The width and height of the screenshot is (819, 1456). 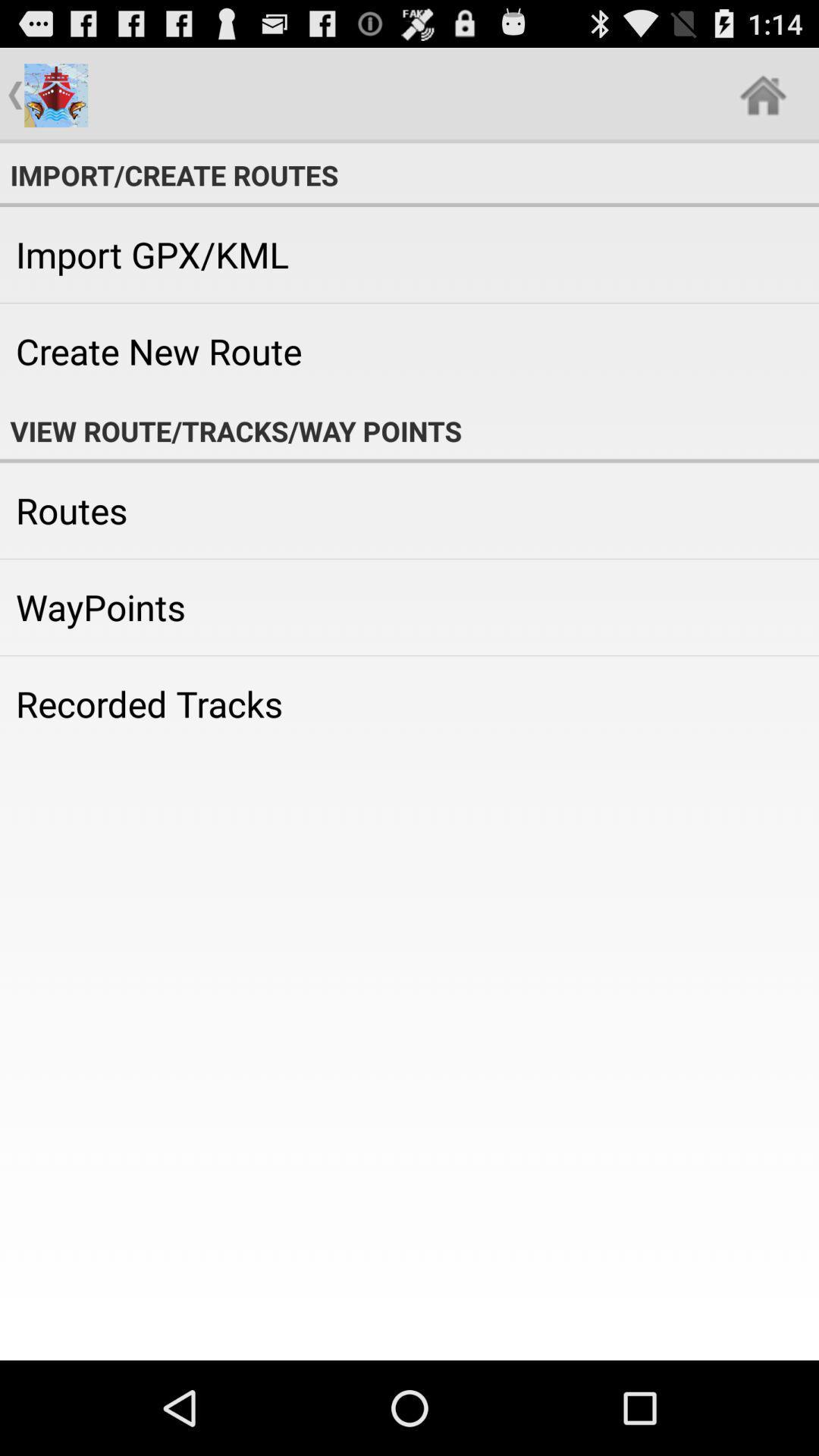 I want to click on icon below the waypoints app, so click(x=409, y=703).